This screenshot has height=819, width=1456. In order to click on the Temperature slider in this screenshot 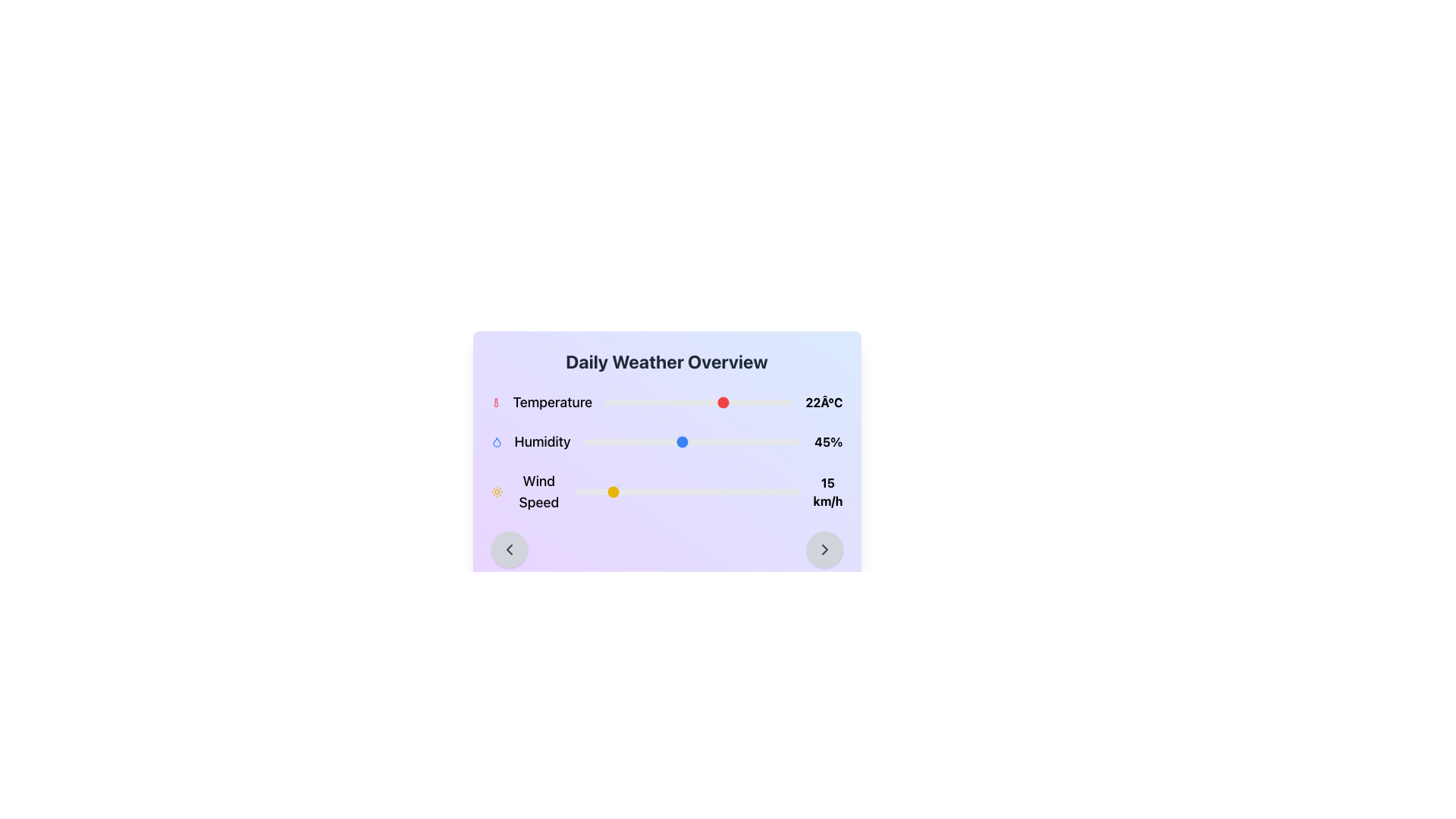, I will do `click(675, 402)`.